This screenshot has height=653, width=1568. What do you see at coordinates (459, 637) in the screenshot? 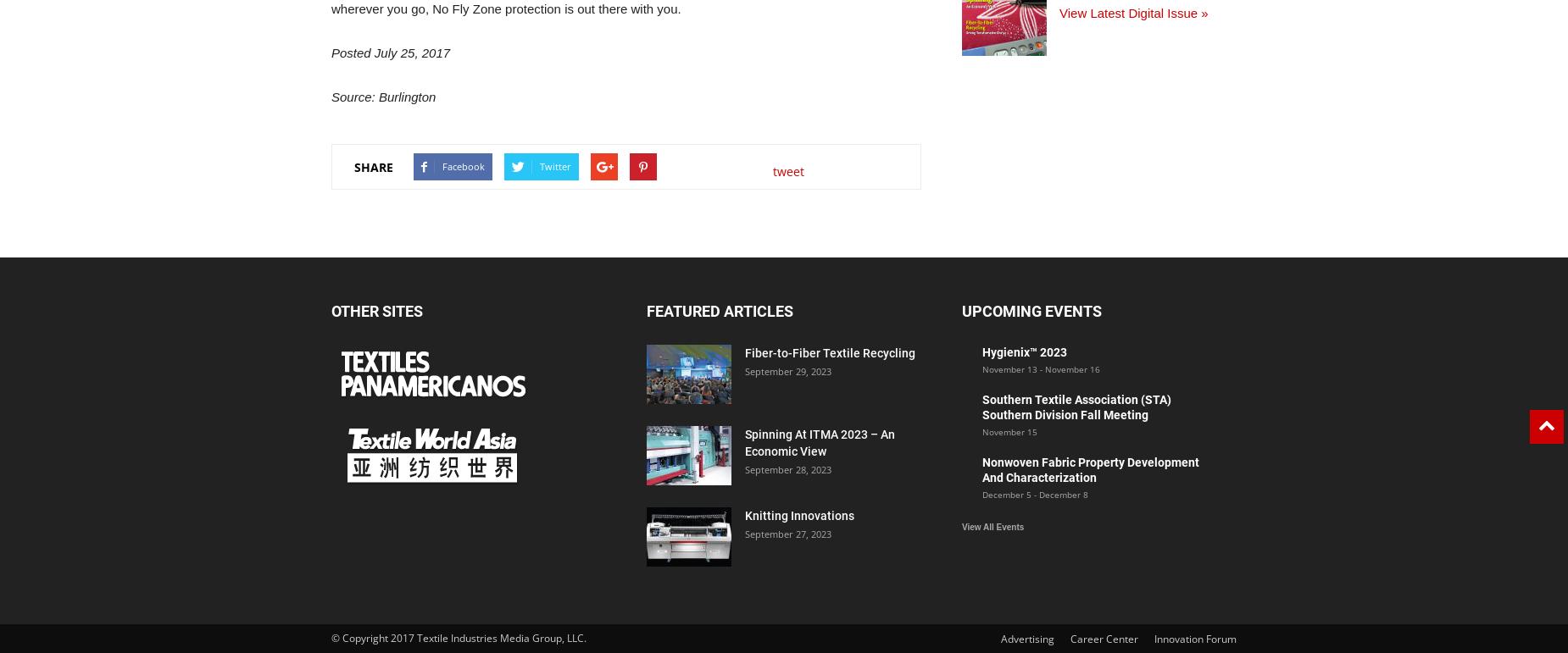
I see `'© Copyright 2017 Textile Industries Media Group, LLC.'` at bounding box center [459, 637].